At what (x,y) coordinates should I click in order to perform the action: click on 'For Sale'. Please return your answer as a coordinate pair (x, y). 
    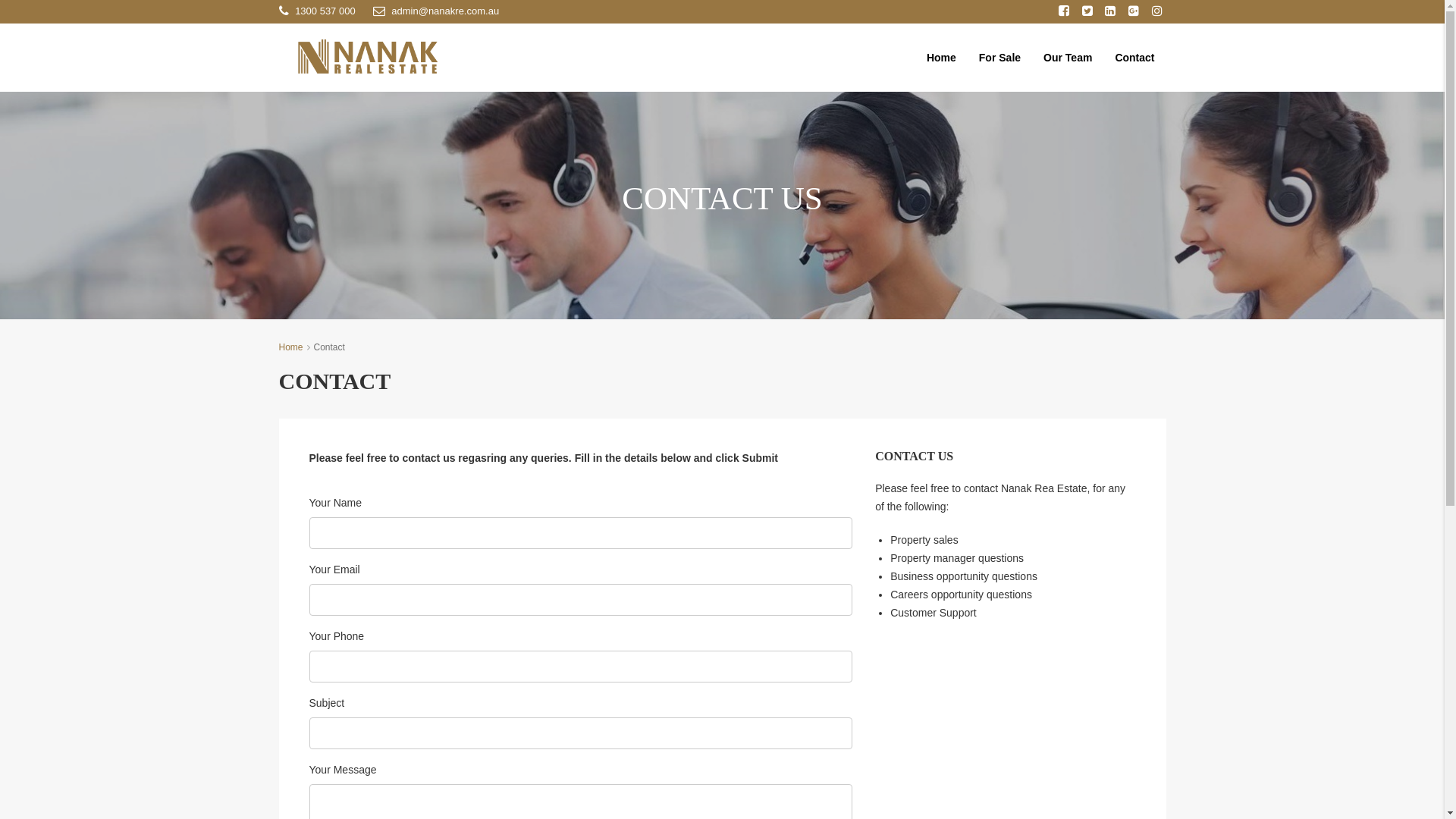
    Looking at the image, I should click on (999, 57).